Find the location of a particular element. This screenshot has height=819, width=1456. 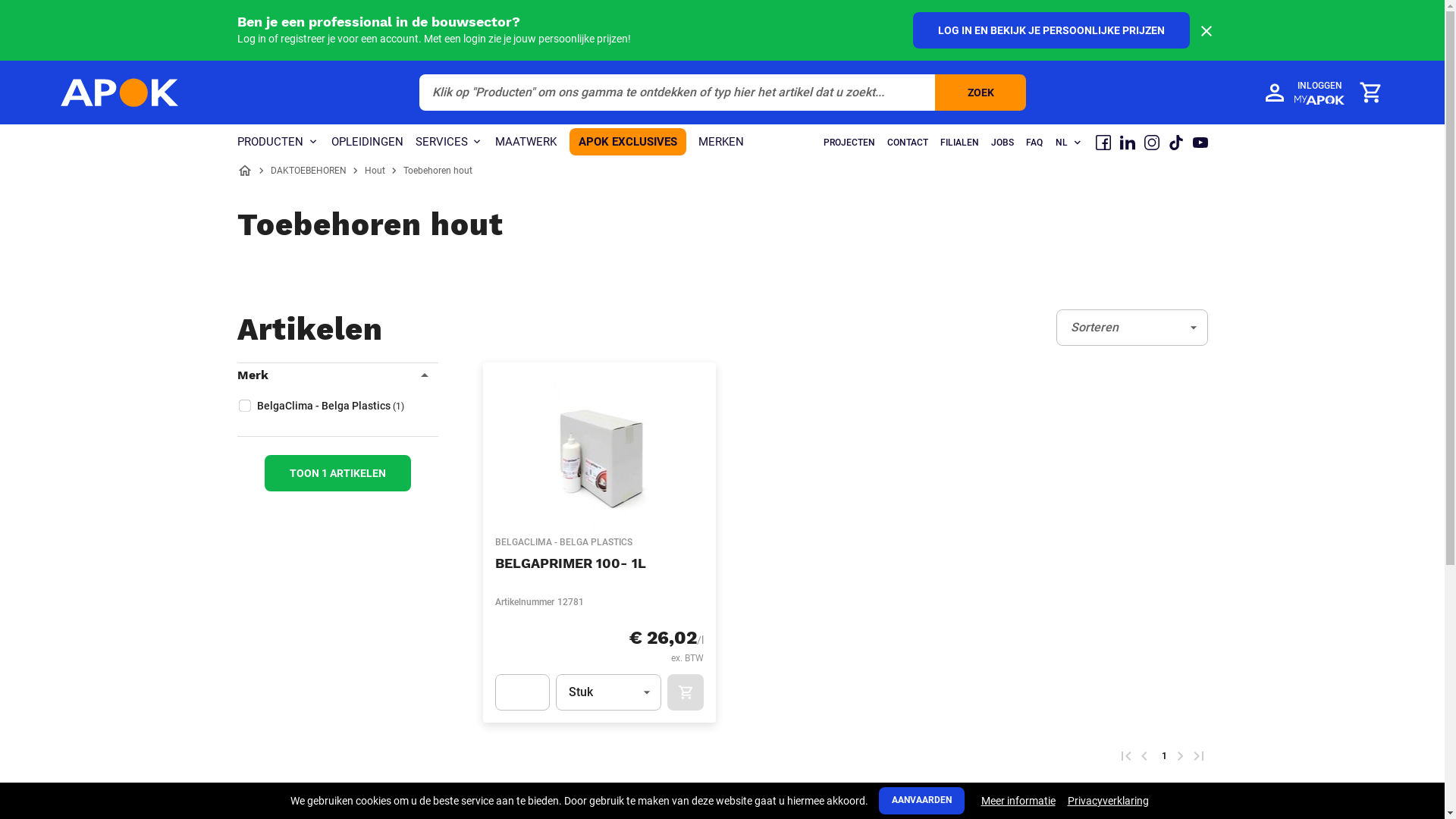

'APOK EXCLUSIVES' is located at coordinates (626, 141).